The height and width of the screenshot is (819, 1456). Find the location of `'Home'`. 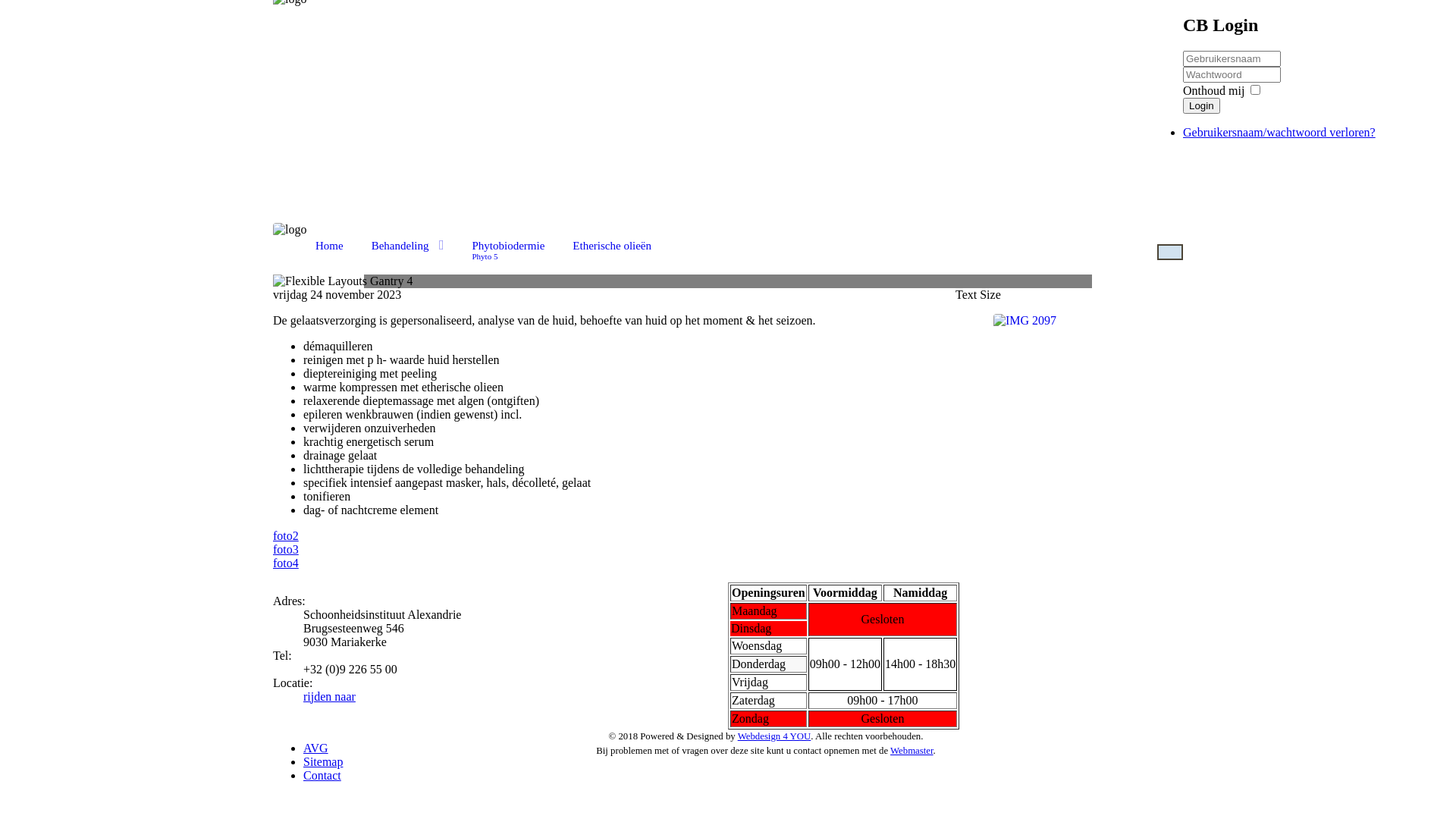

'Home' is located at coordinates (328, 244).